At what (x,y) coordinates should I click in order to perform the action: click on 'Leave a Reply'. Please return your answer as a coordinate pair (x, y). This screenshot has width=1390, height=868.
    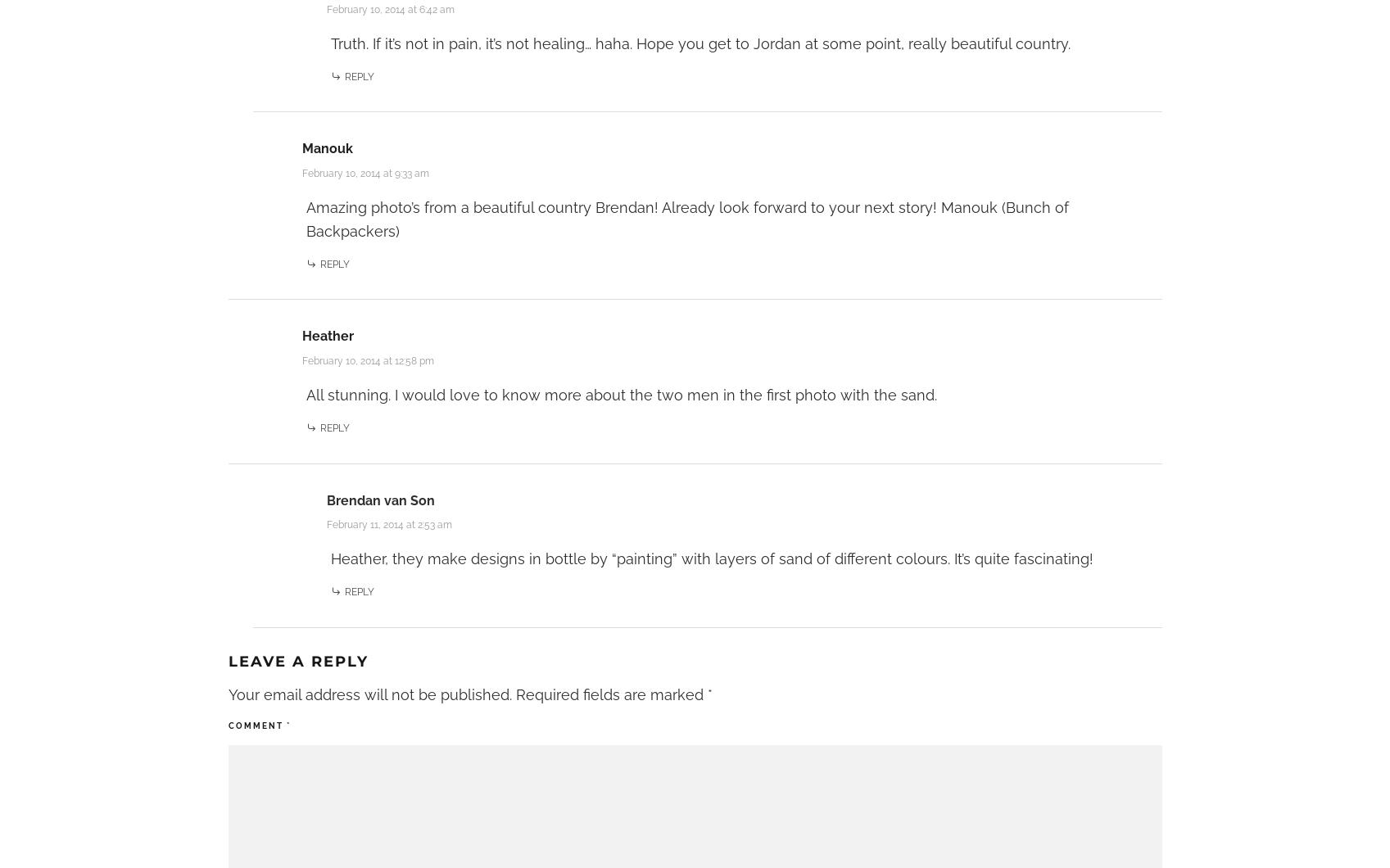
    Looking at the image, I should click on (297, 660).